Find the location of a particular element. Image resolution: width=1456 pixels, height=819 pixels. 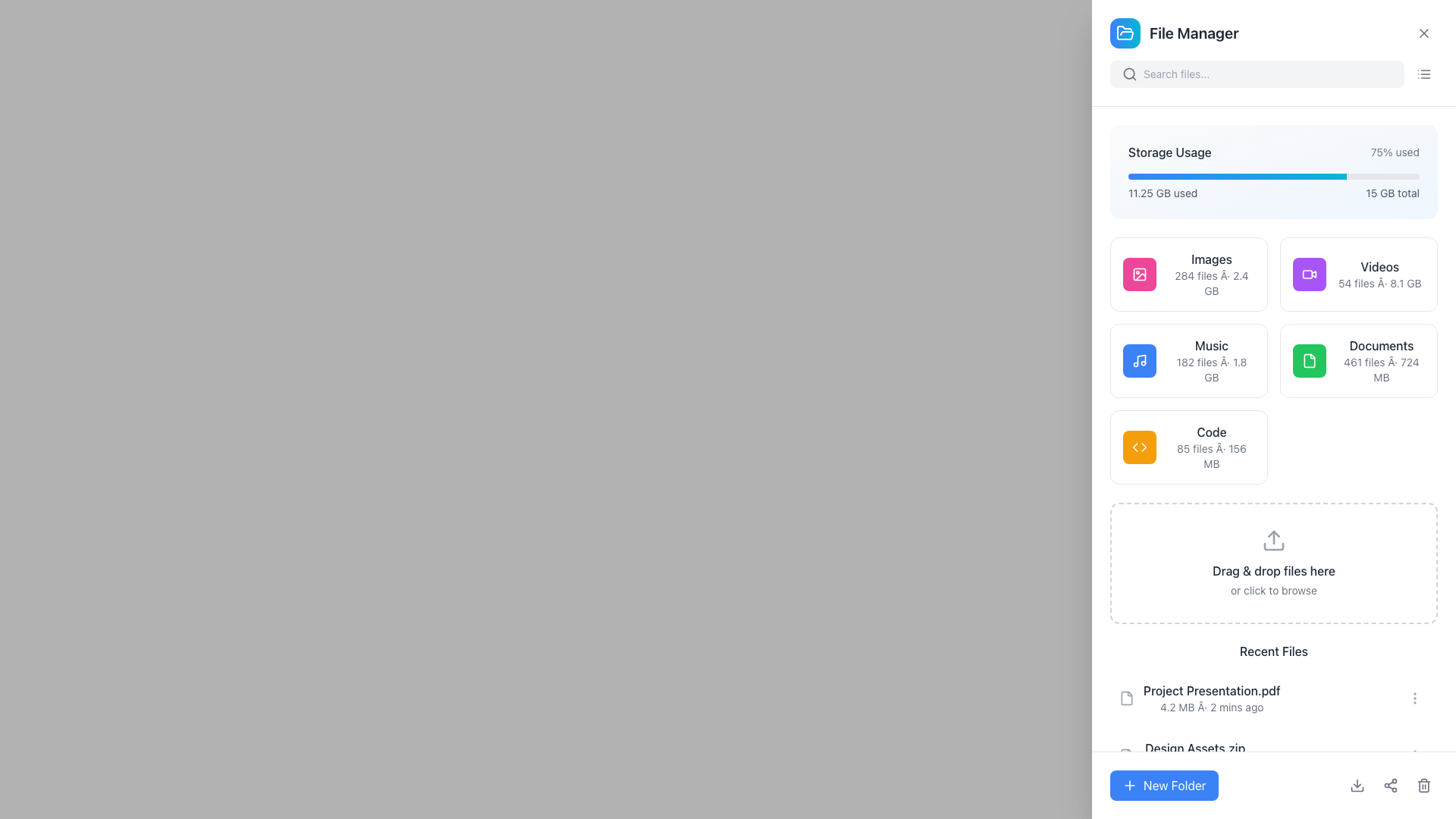

the text label displaying 'Documents' is located at coordinates (1382, 360).